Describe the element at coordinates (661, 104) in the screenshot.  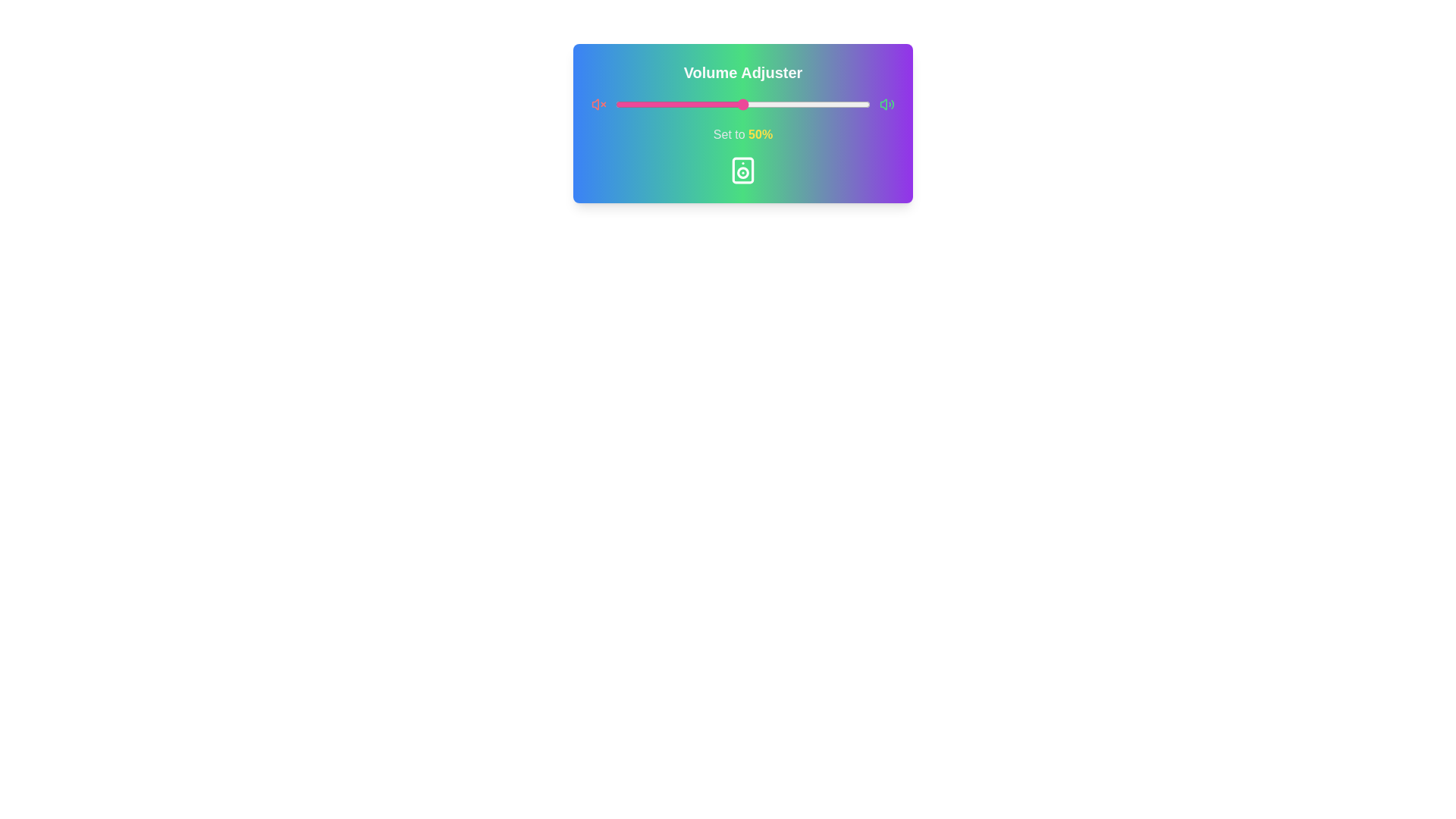
I see `the volume slider to 18%, where 18 is a value between 0 and 100` at that location.